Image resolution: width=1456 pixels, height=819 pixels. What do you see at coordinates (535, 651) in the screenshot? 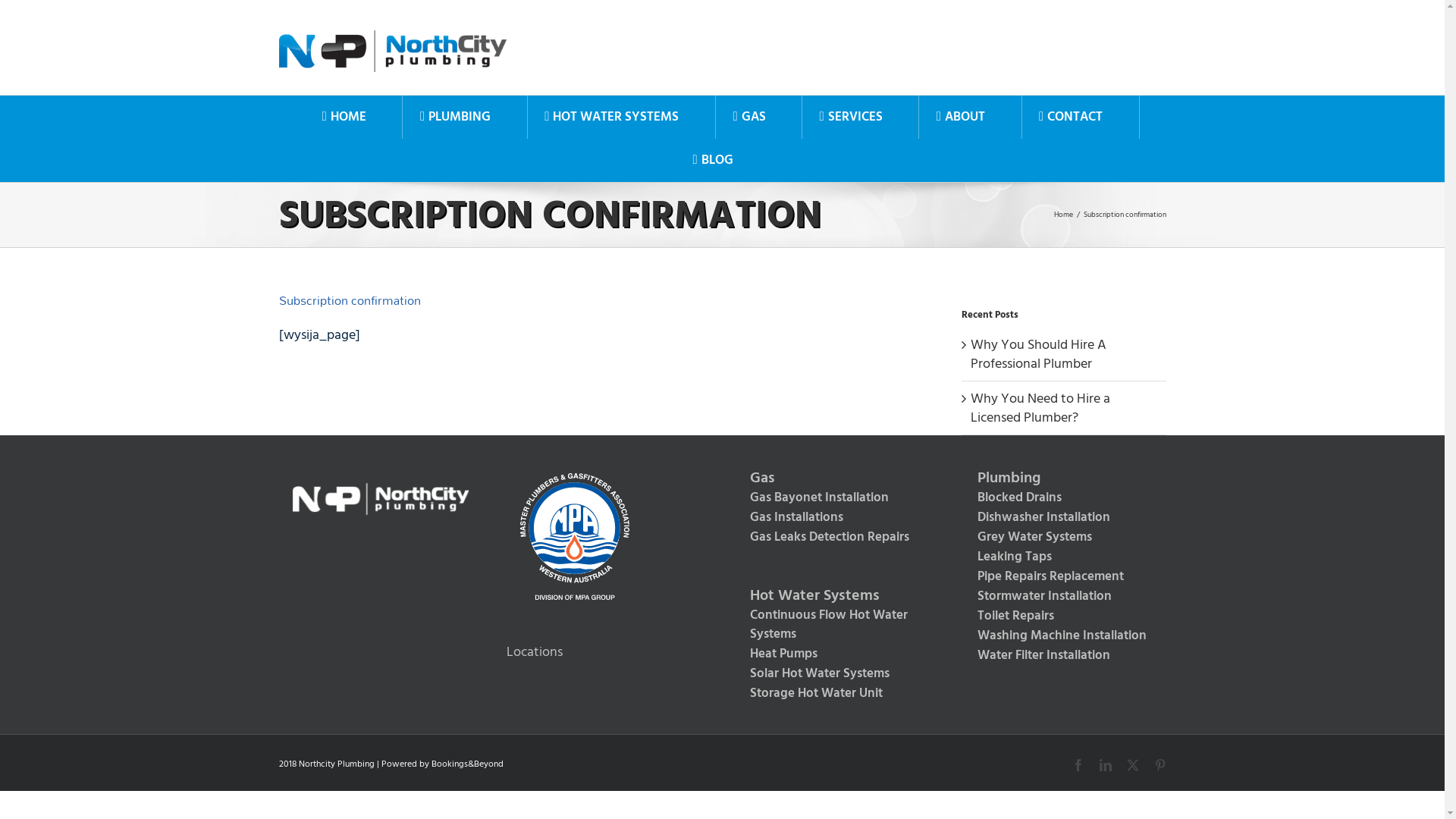
I see `'Locations'` at bounding box center [535, 651].